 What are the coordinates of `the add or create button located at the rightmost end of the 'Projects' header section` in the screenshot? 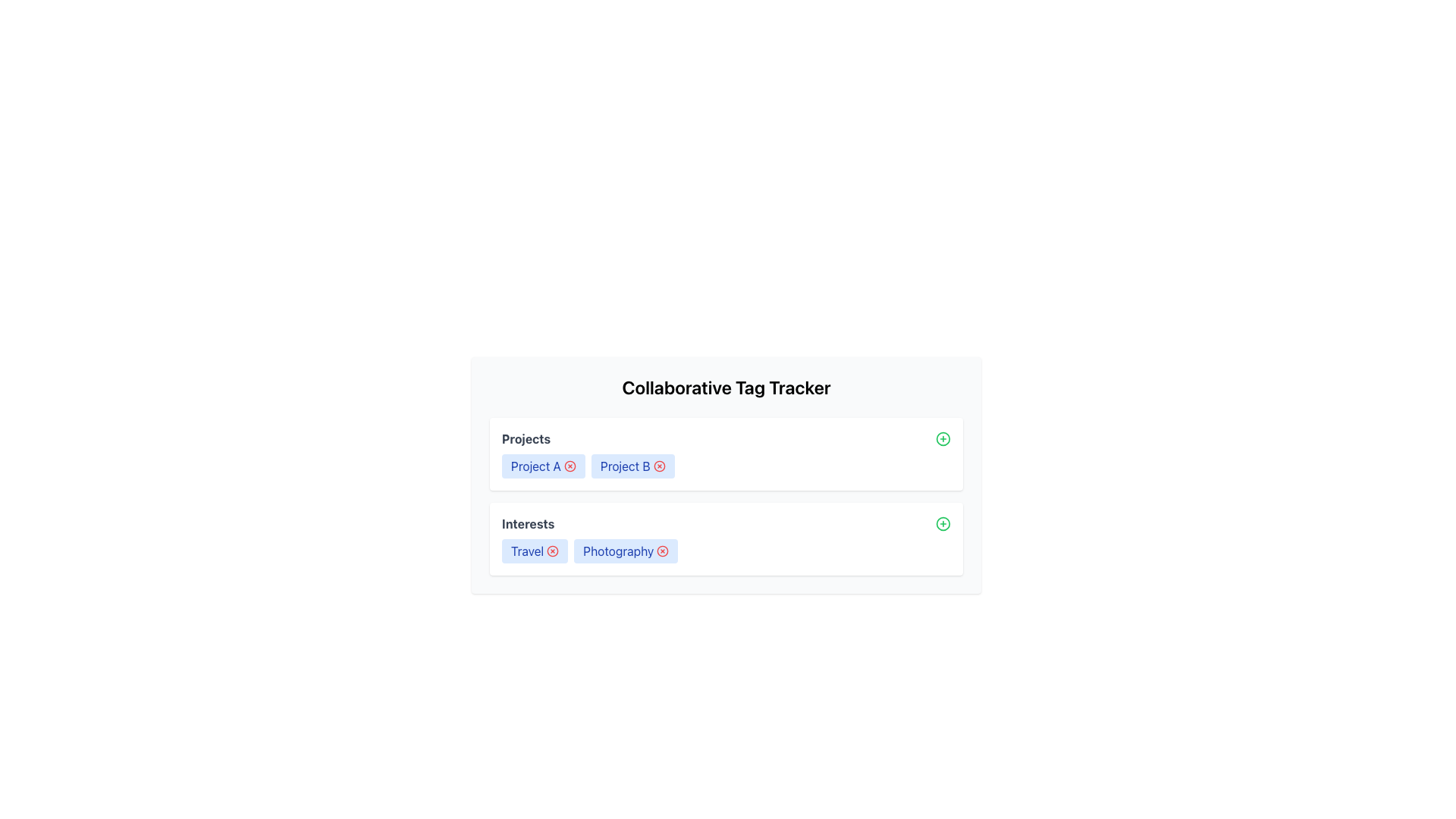 It's located at (942, 438).